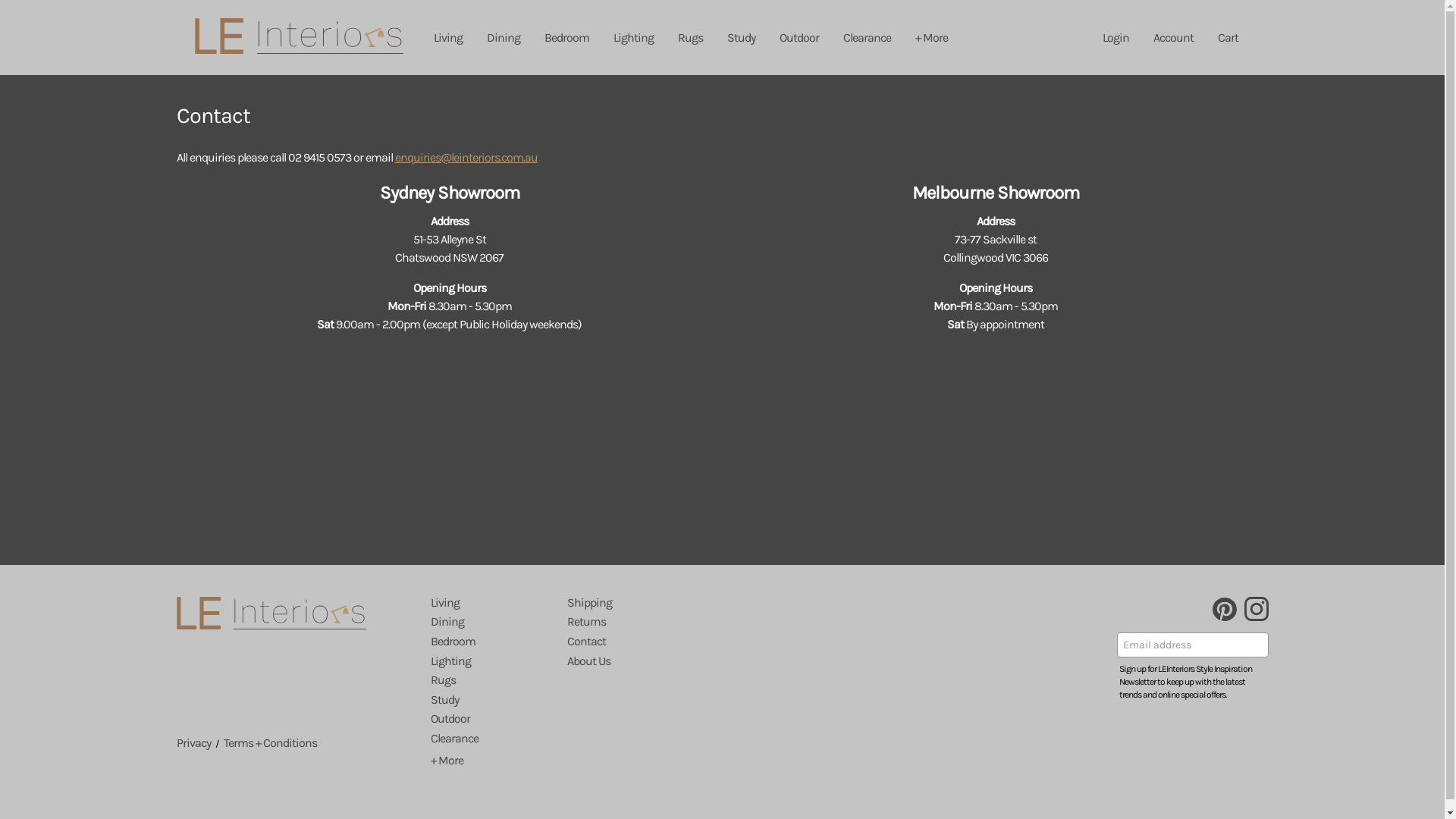  Describe the element at coordinates (192, 742) in the screenshot. I see `'Privacy'` at that location.